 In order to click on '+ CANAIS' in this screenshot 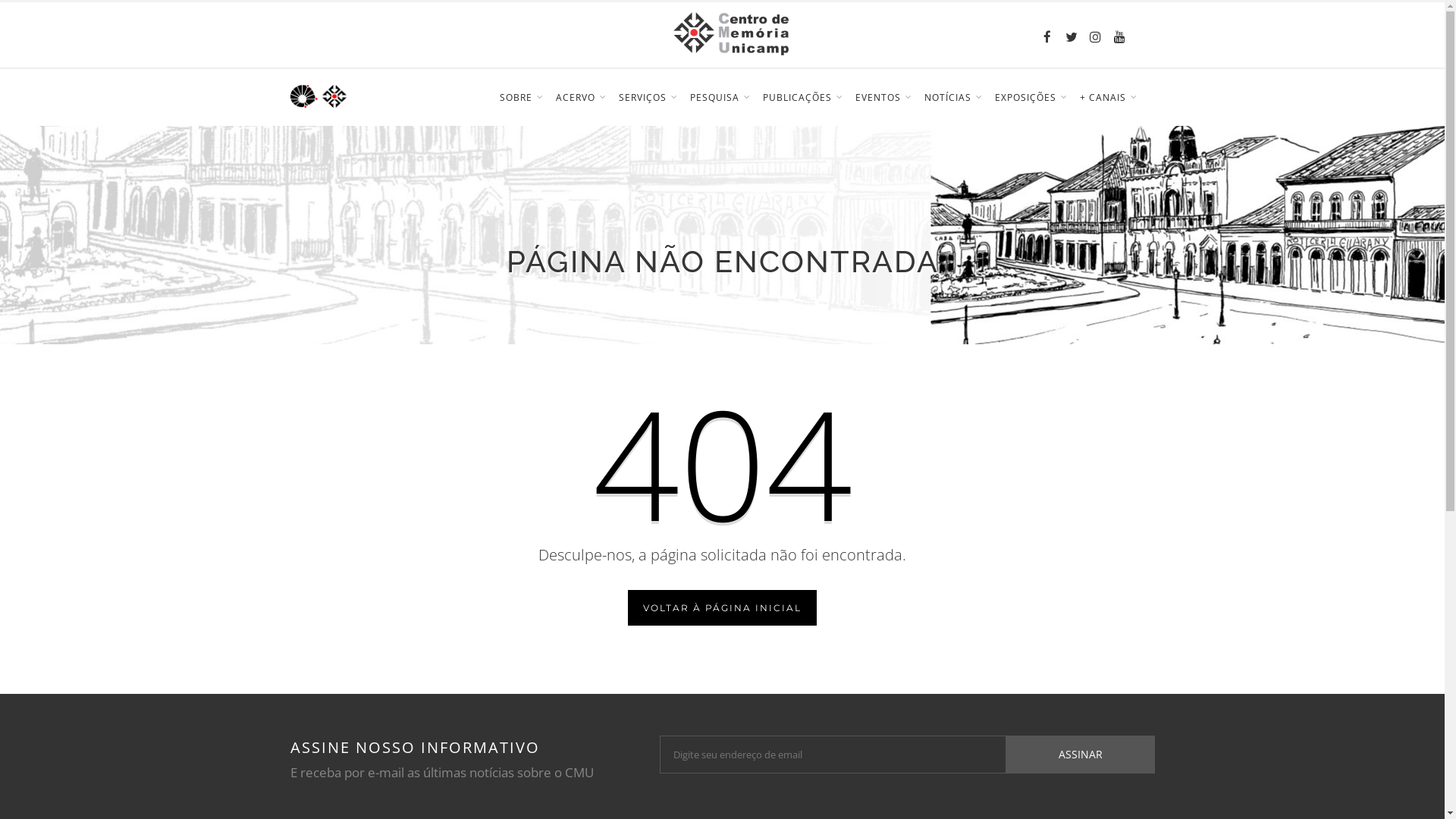, I will do `click(1109, 97)`.